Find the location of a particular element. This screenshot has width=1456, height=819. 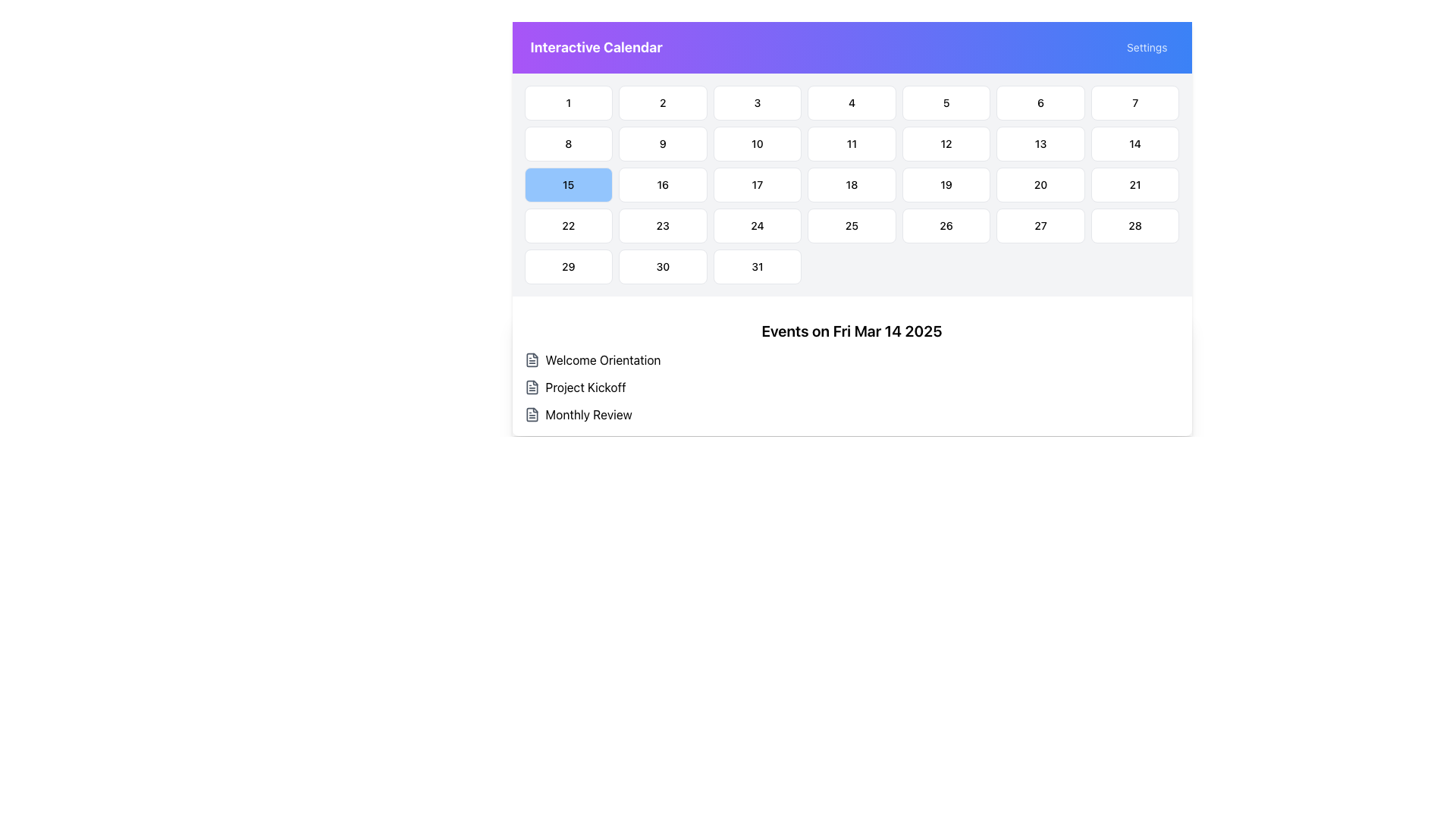

the Date cell representing the 22nd day in the interactive calendar is located at coordinates (567, 225).